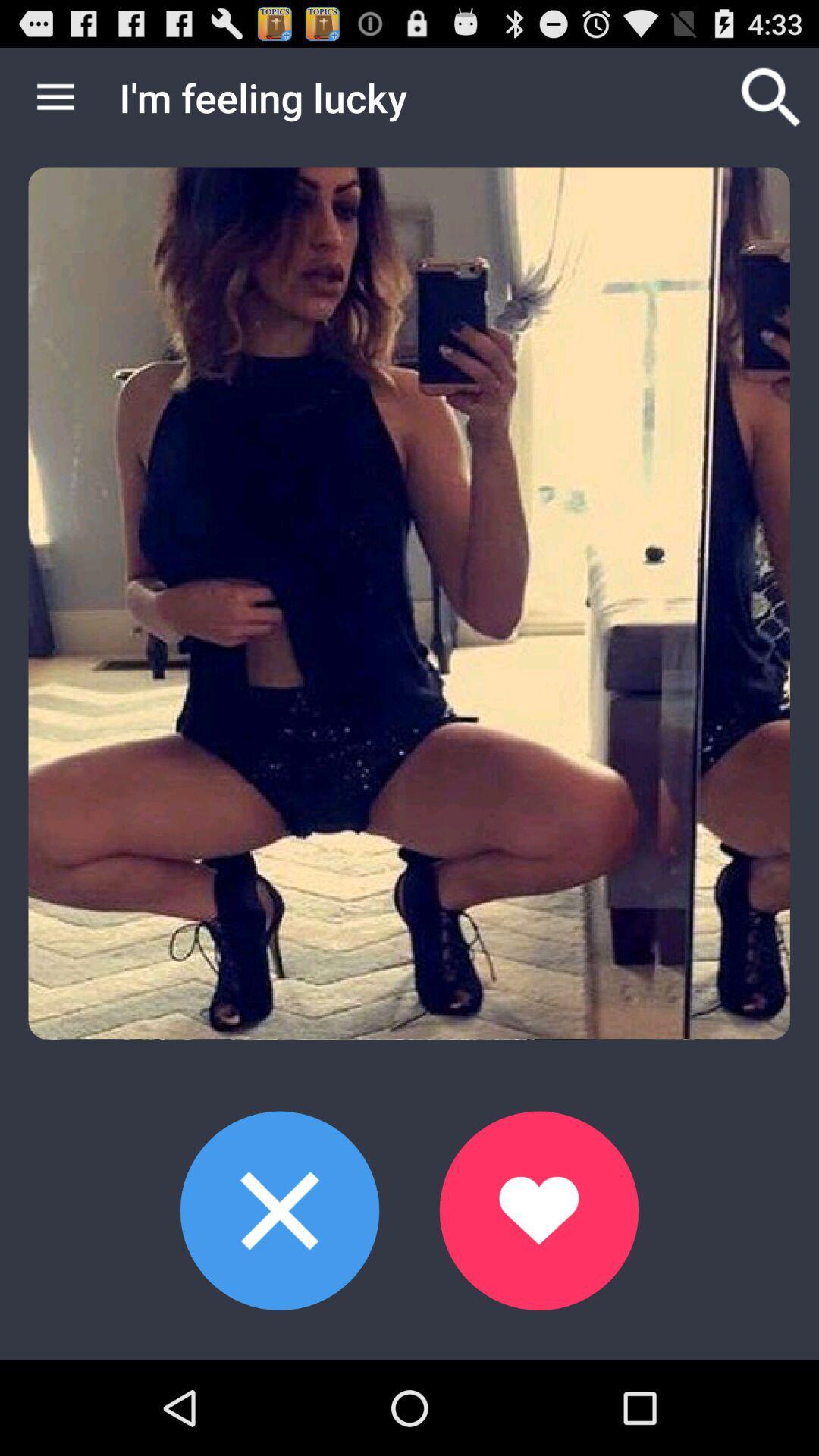  I want to click on close, so click(280, 1210).